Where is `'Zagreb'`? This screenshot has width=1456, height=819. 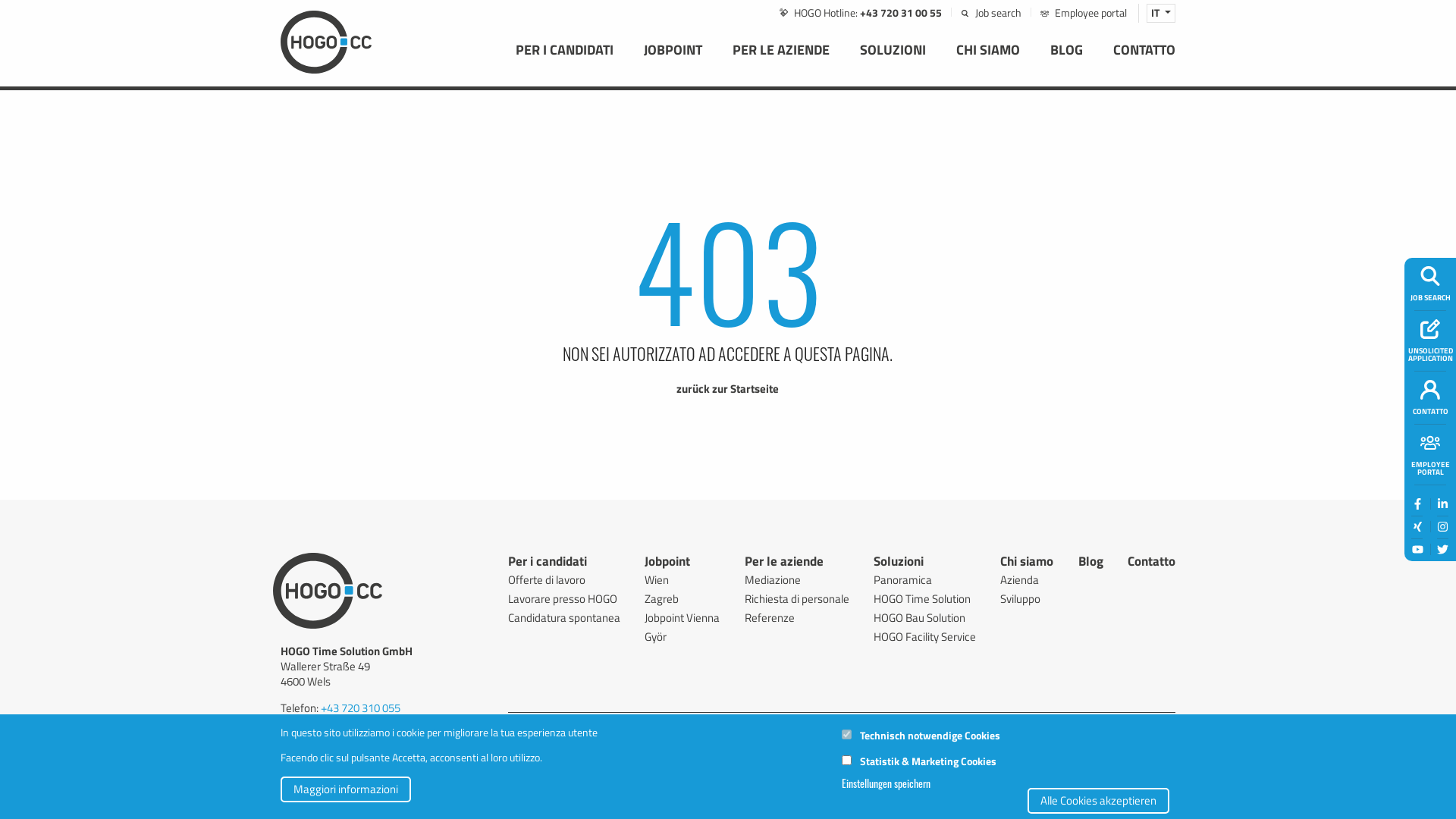 'Zagreb' is located at coordinates (681, 598).